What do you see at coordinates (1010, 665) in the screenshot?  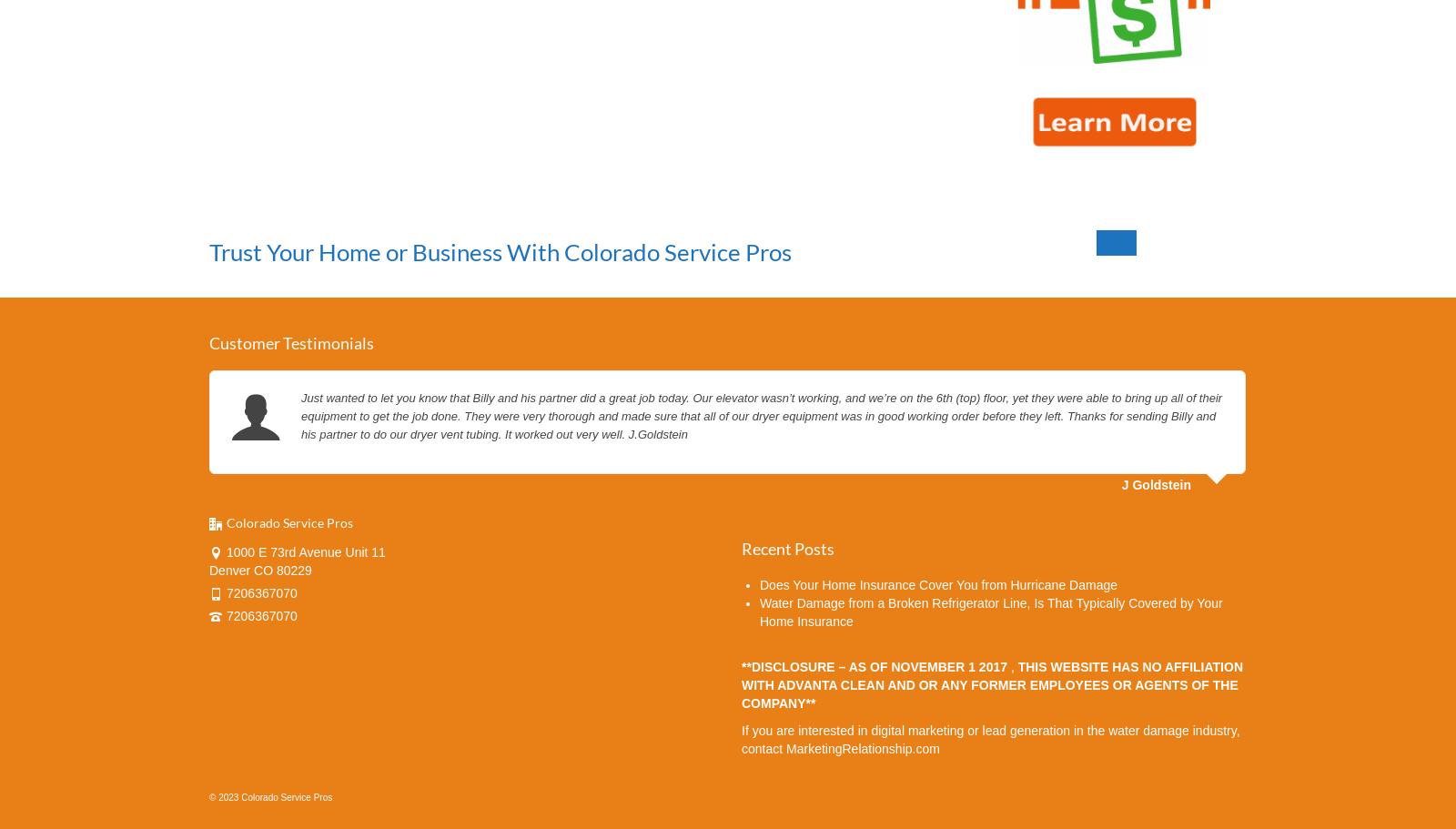 I see `','` at bounding box center [1010, 665].